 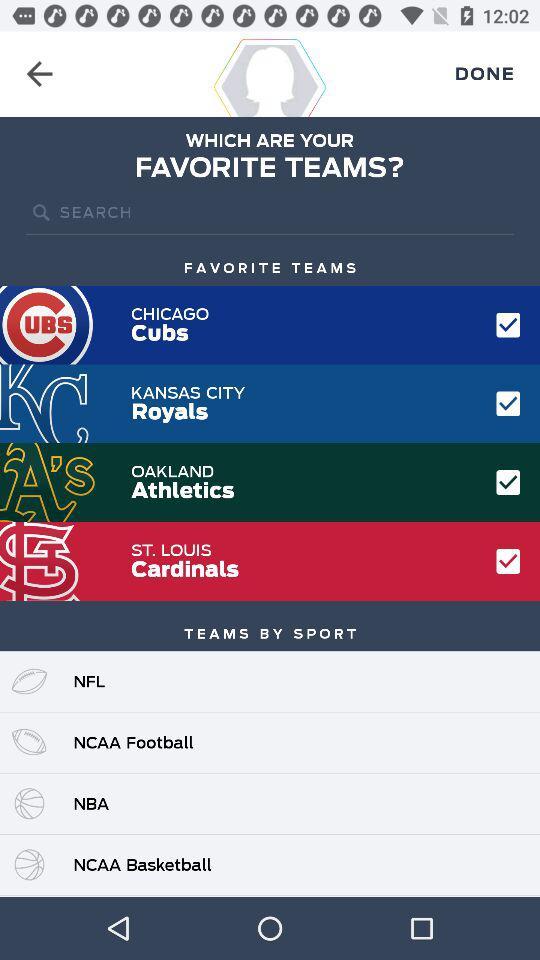 I want to click on the icon at the top left corner, so click(x=39, y=74).